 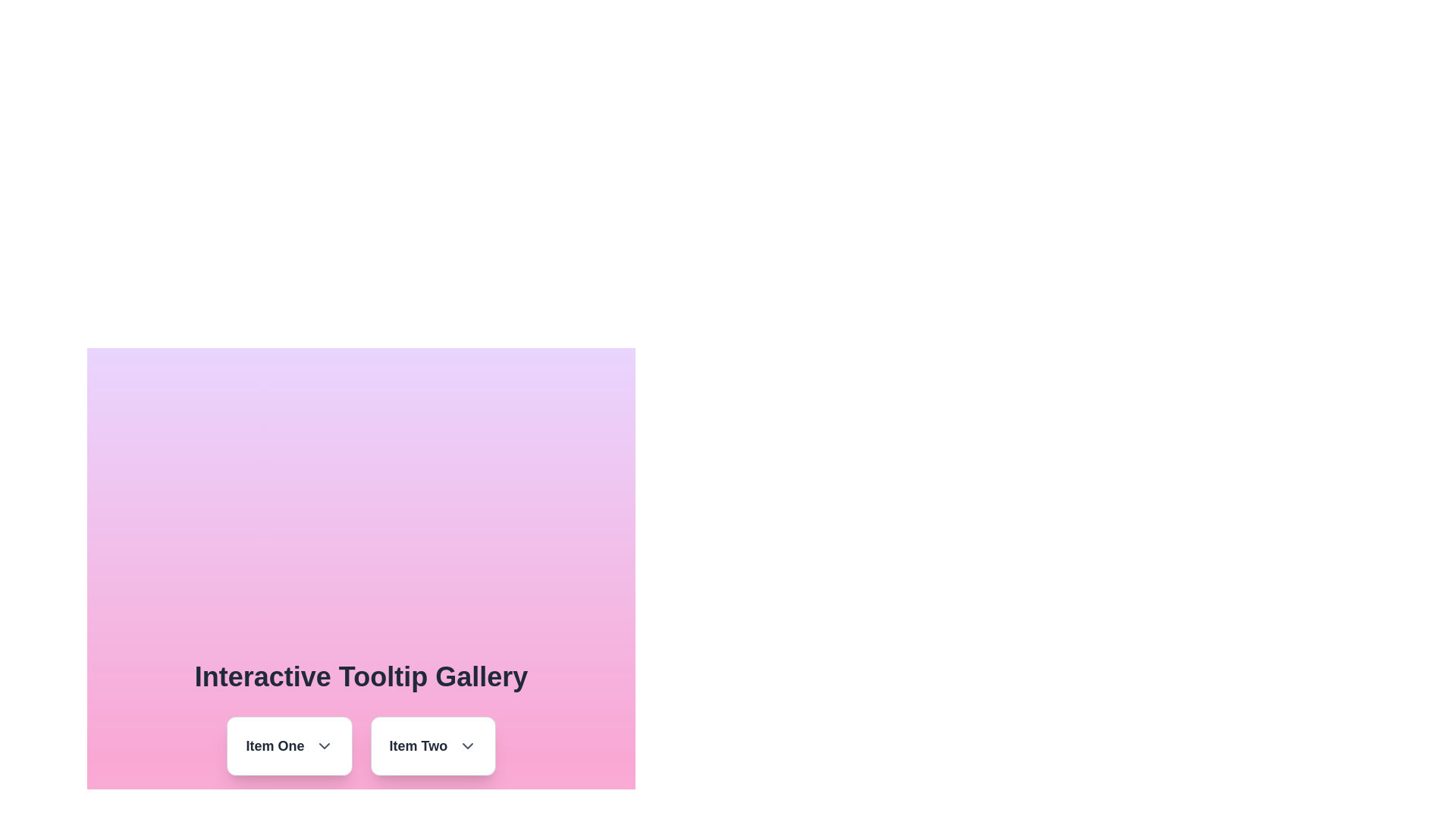 I want to click on the dropdown menu labeled 'Item Two', so click(x=432, y=745).